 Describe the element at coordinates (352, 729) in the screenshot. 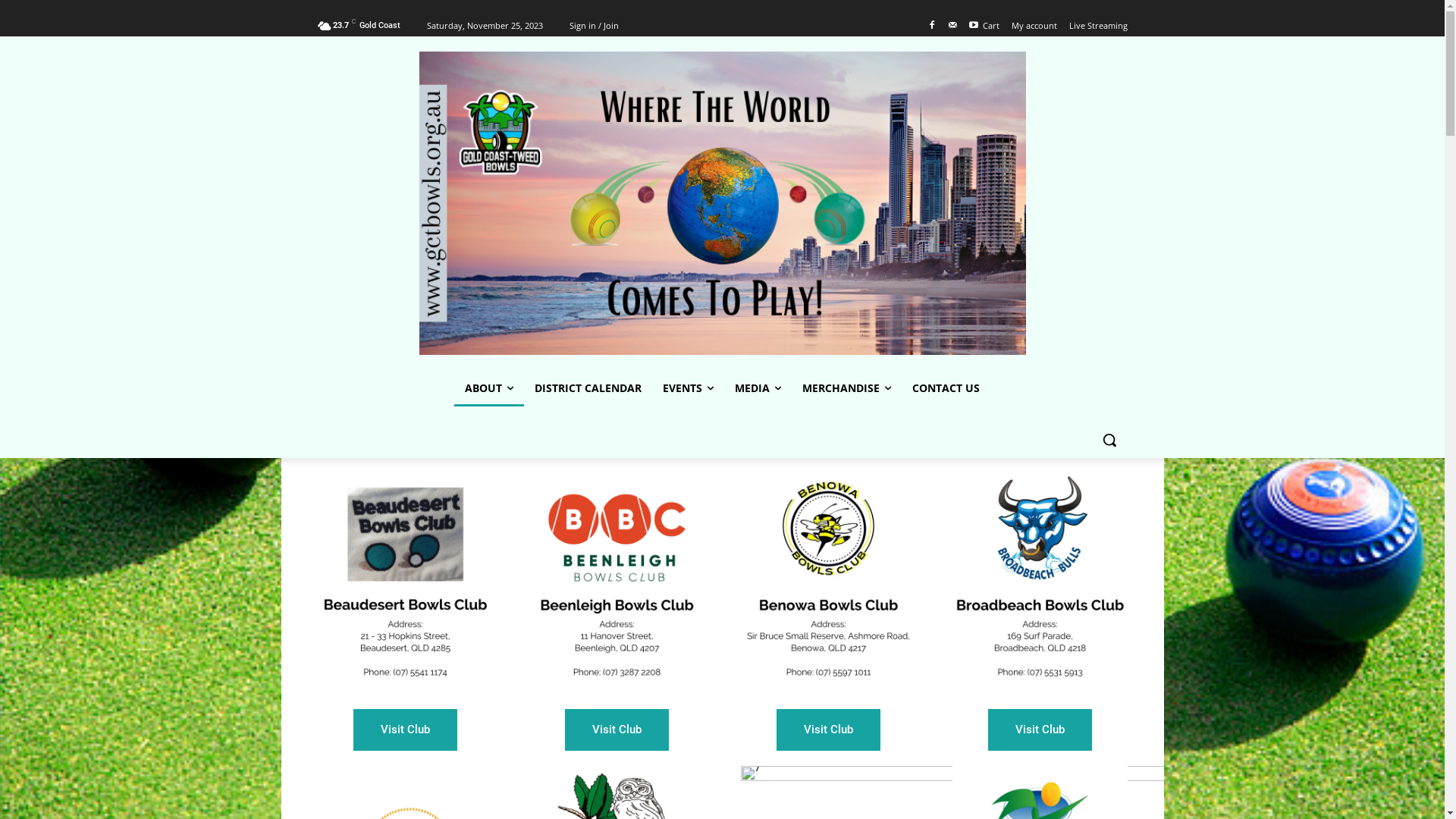

I see `'Visit Club'` at that location.